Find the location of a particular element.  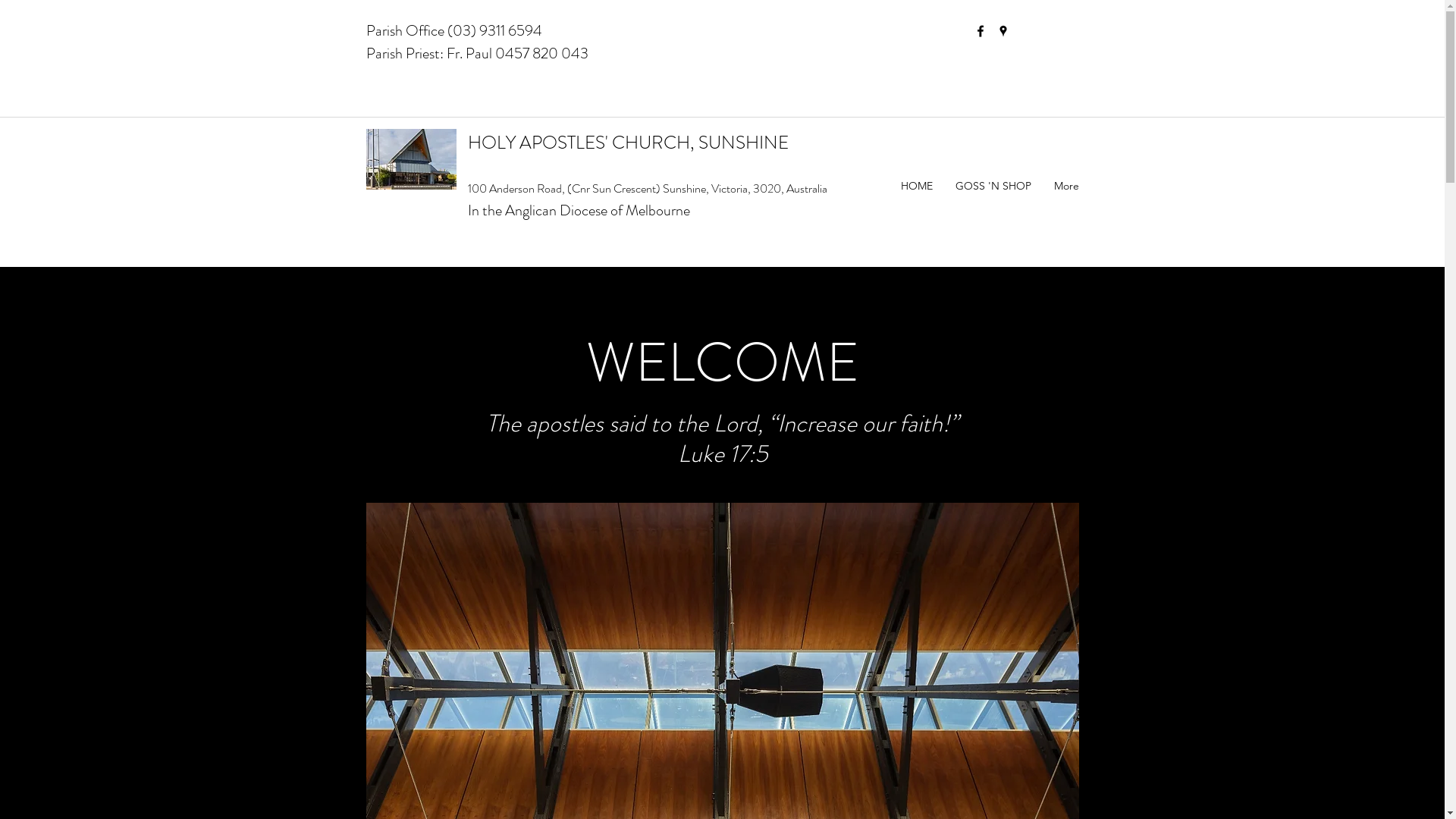

'In the Anglican Diocese of Melbourne' is located at coordinates (577, 210).